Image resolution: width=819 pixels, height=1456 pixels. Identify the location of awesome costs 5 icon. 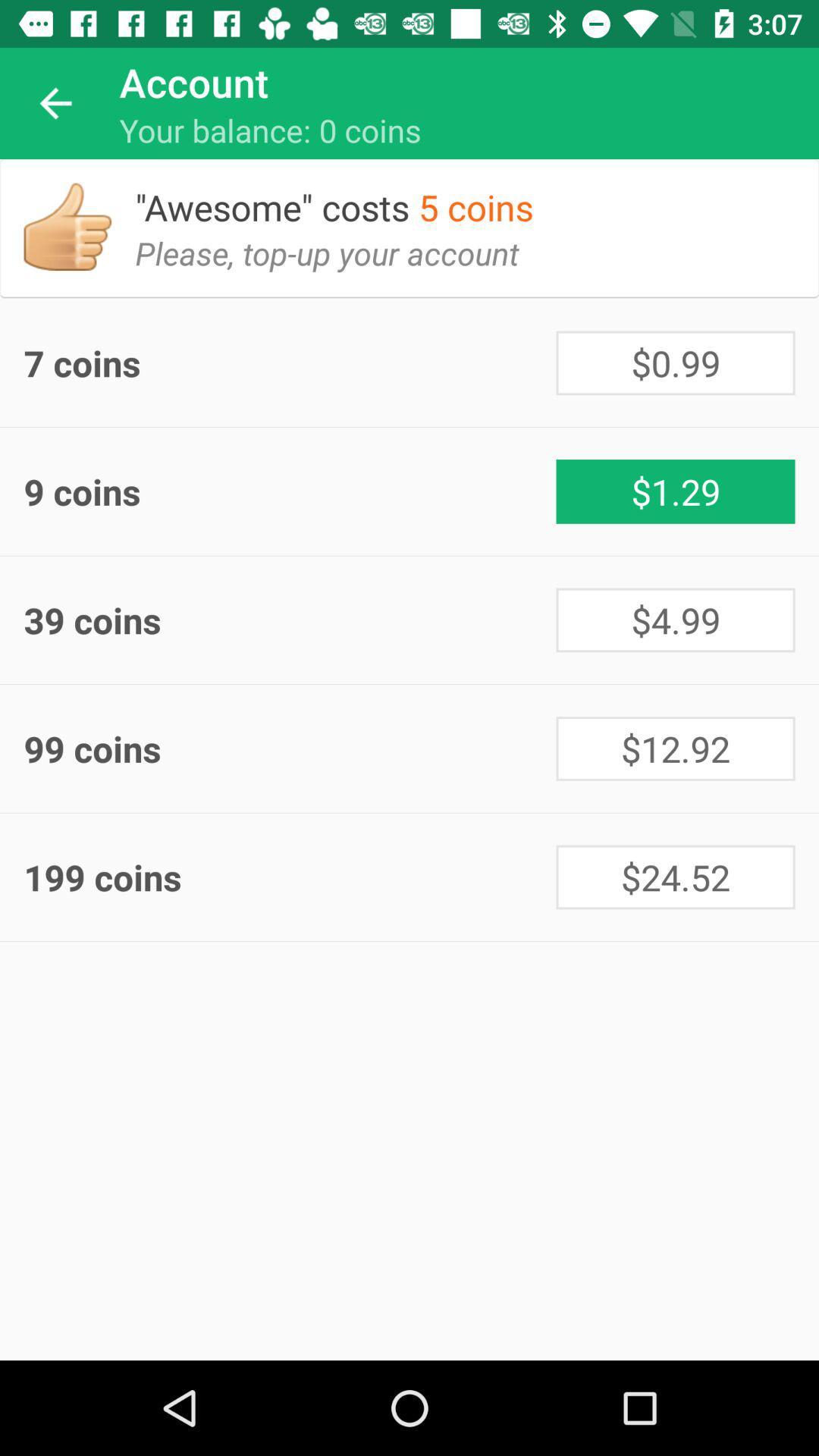
(346, 194).